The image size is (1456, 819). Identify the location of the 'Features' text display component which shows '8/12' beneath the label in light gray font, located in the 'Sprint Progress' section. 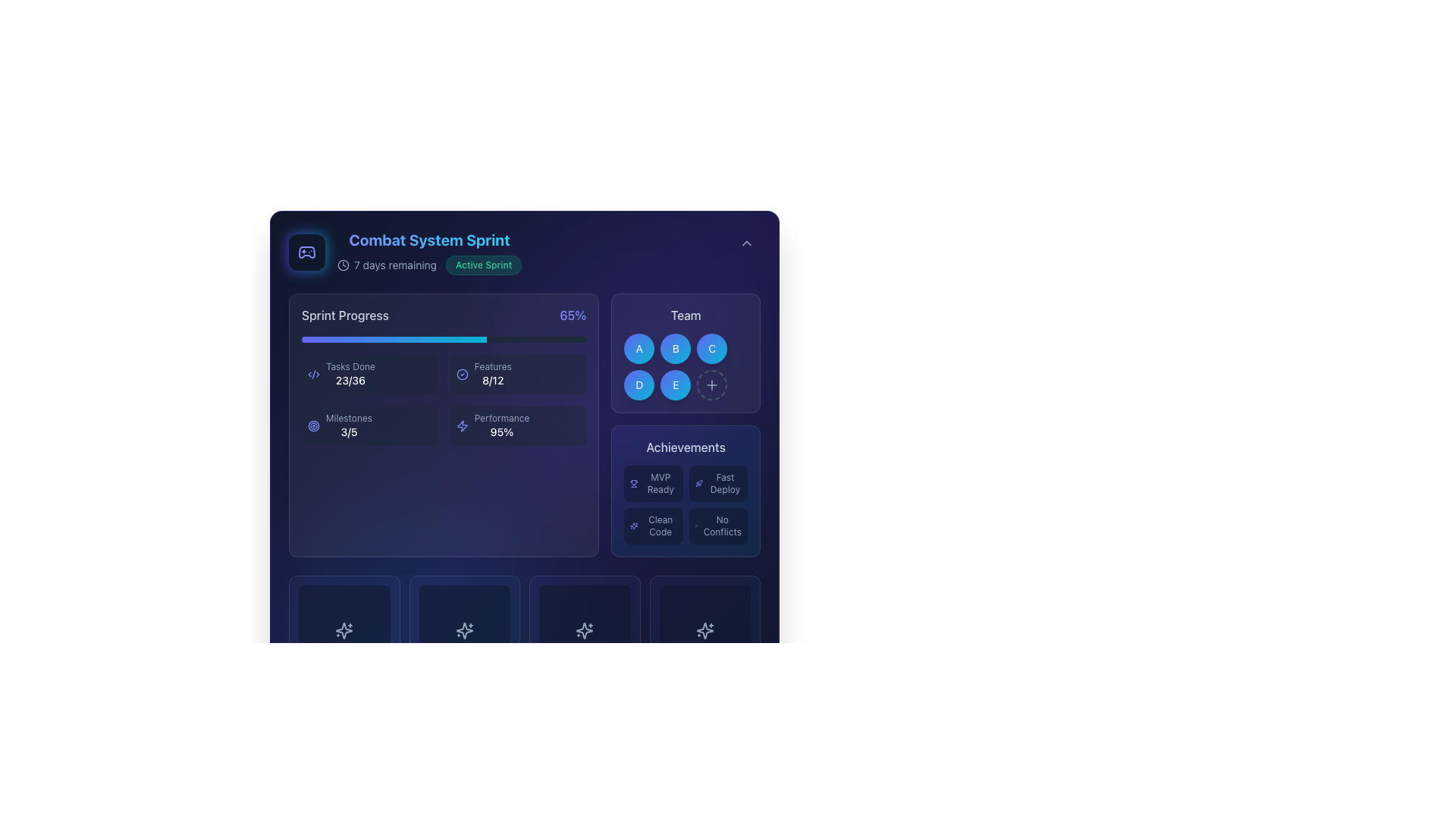
(493, 374).